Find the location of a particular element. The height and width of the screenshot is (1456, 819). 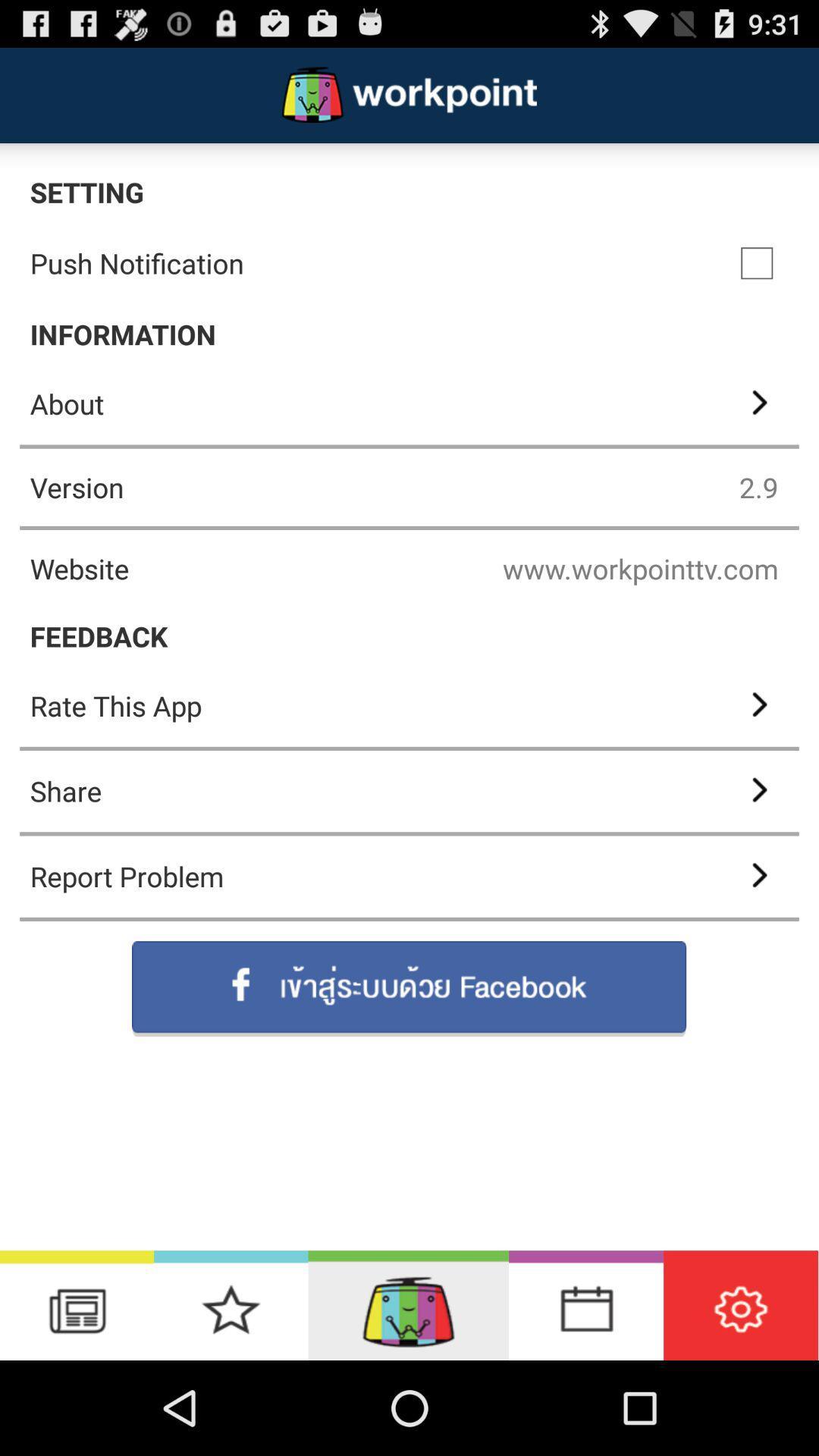

favorites is located at coordinates (231, 1304).